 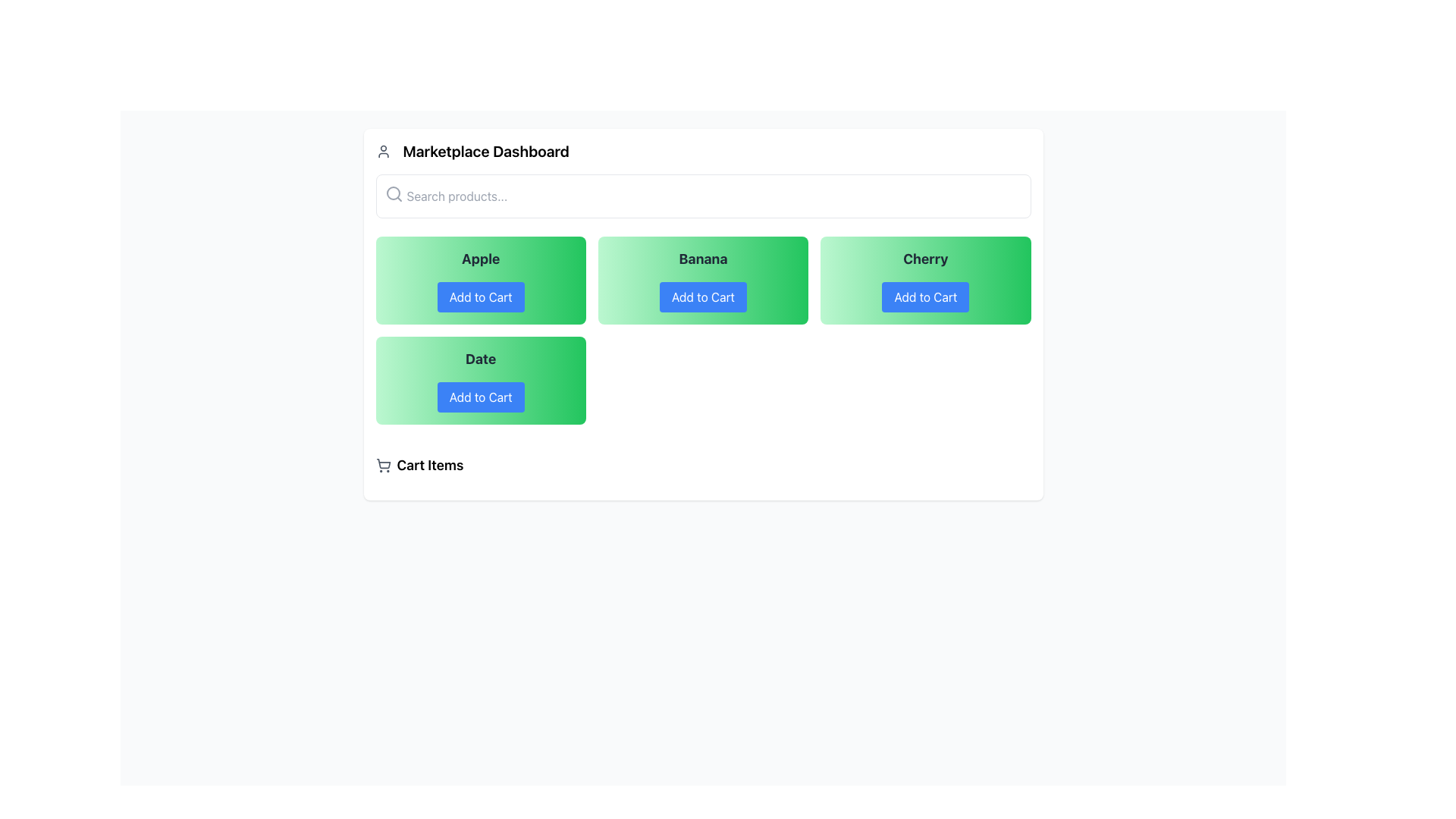 What do you see at coordinates (383, 152) in the screenshot?
I see `the user profile icon located in the header section, which is the leftmost component preceding the 'Marketplace Dashboard' text` at bounding box center [383, 152].